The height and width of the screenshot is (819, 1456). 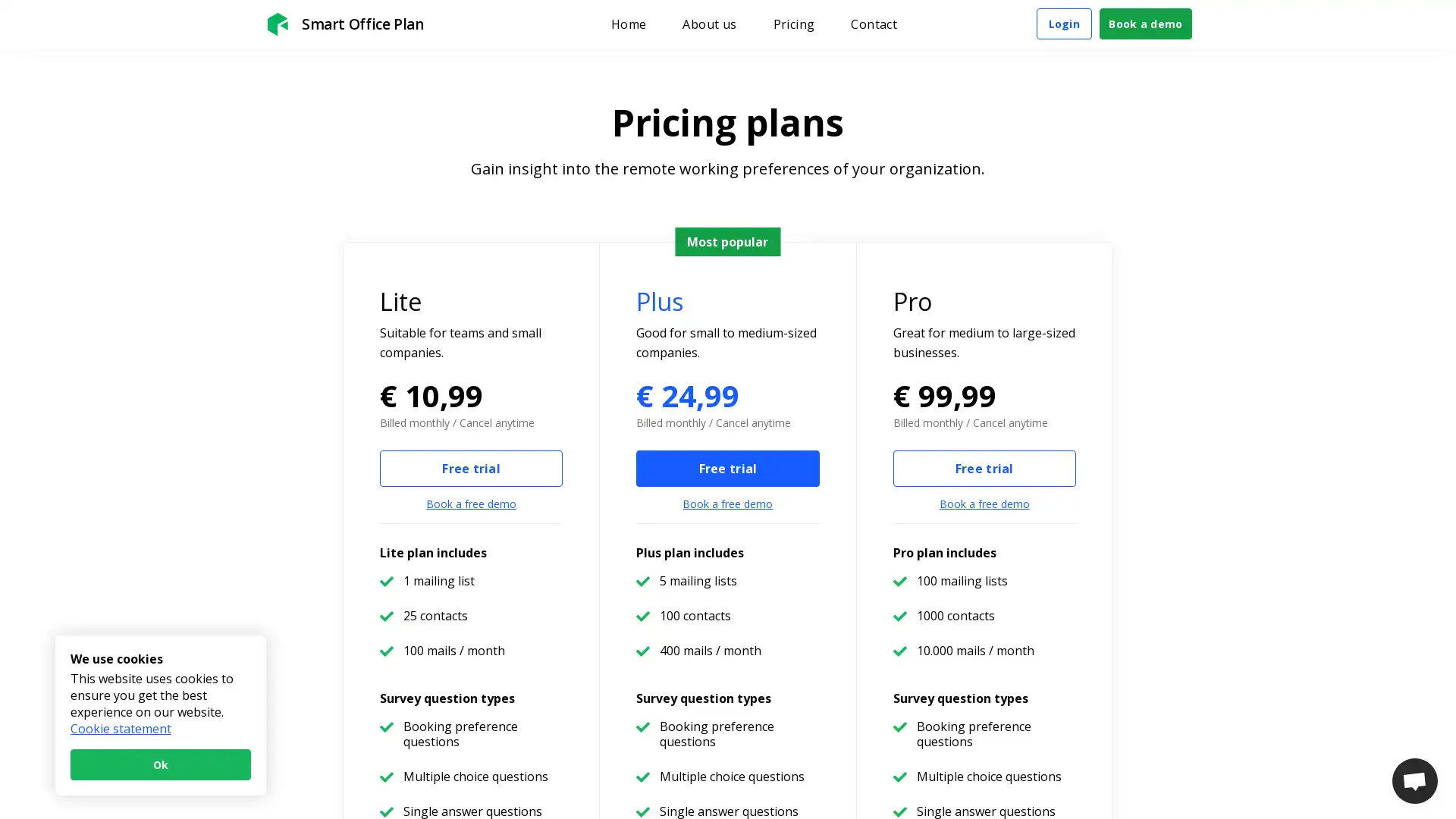 I want to click on Free trial, so click(x=470, y=467).